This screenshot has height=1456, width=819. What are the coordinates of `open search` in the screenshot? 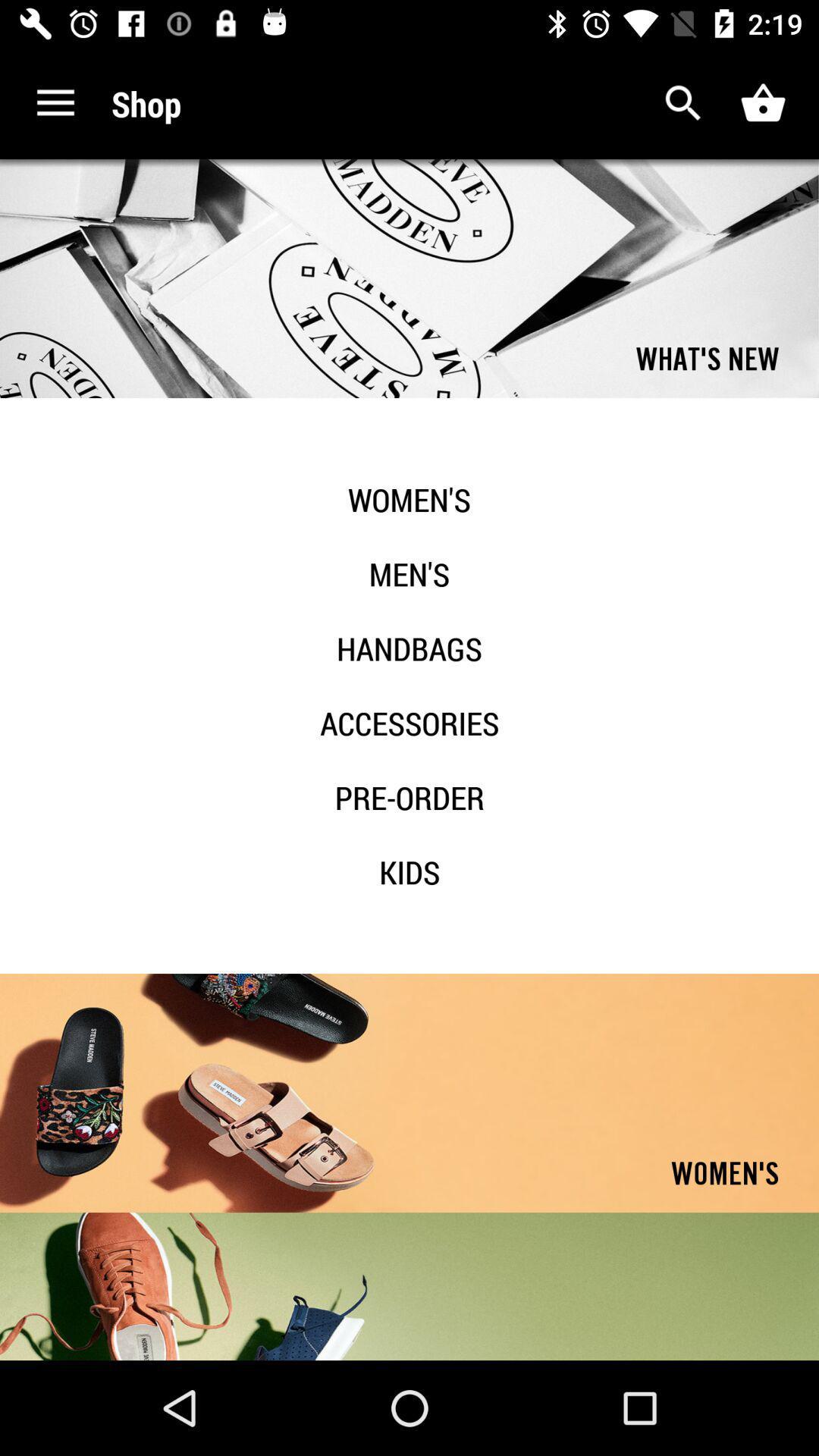 It's located at (683, 102).